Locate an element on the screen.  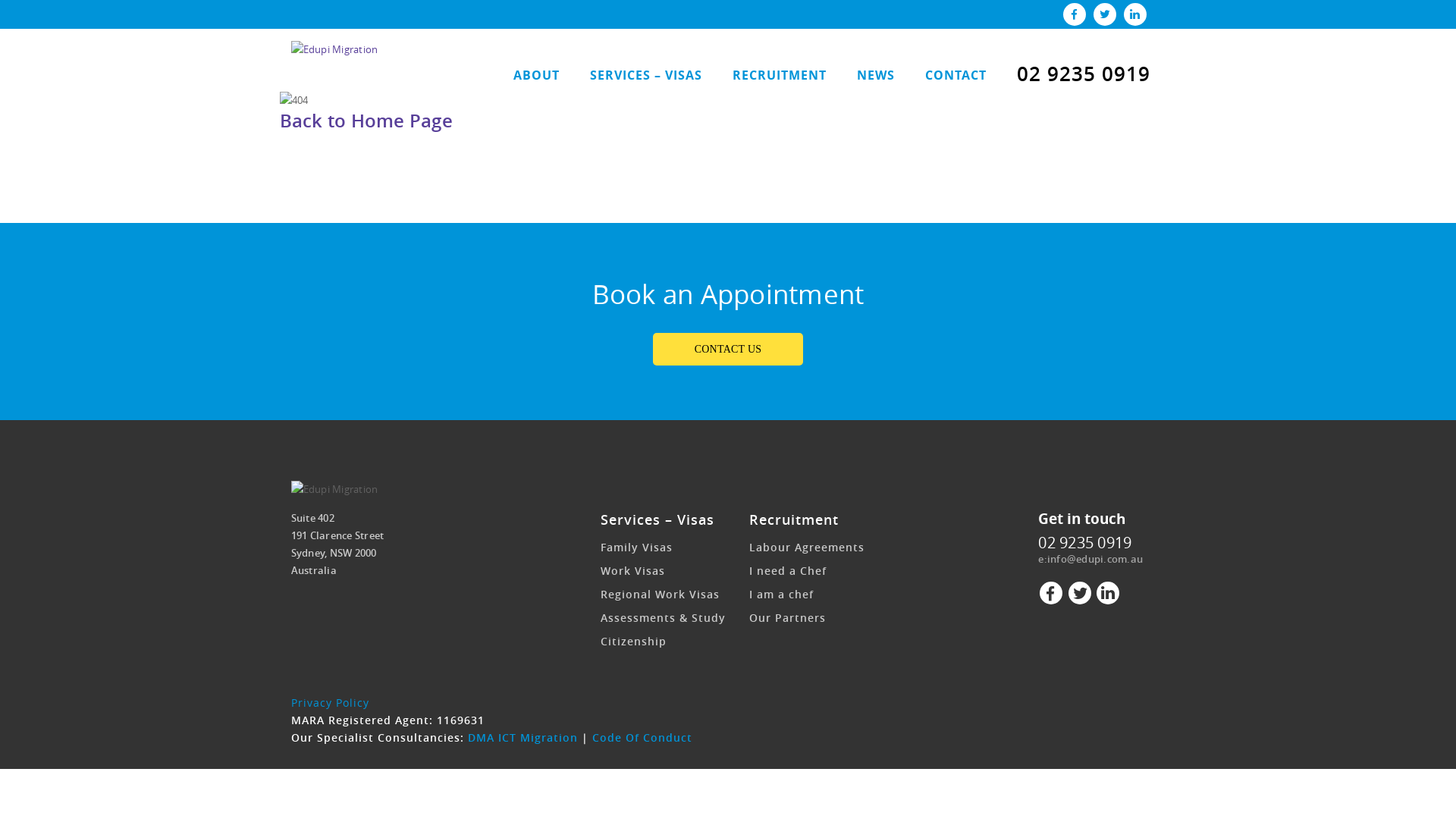
'I am a chef' is located at coordinates (781, 593).